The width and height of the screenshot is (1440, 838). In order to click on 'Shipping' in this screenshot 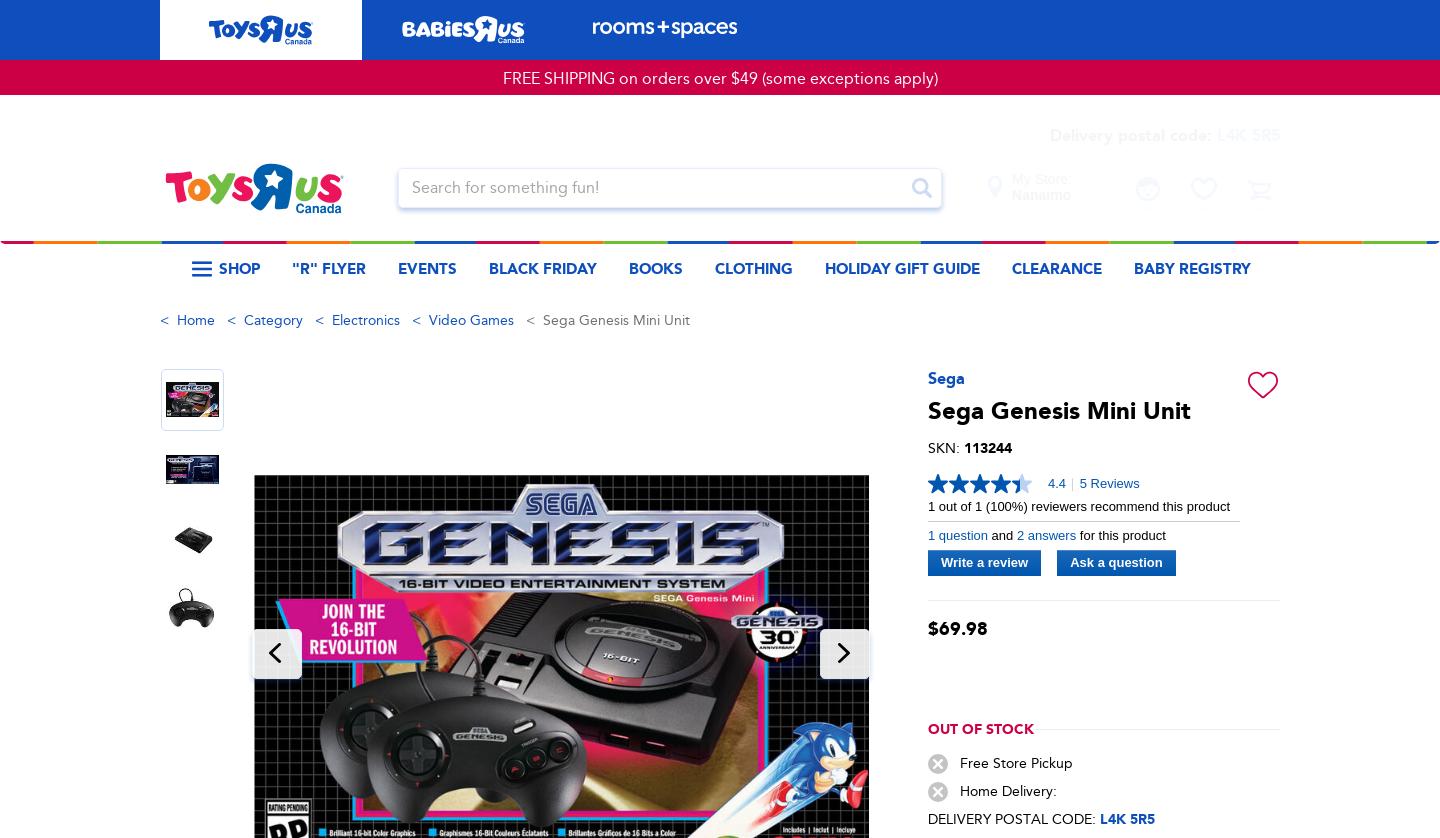, I will do `click(719, 452)`.